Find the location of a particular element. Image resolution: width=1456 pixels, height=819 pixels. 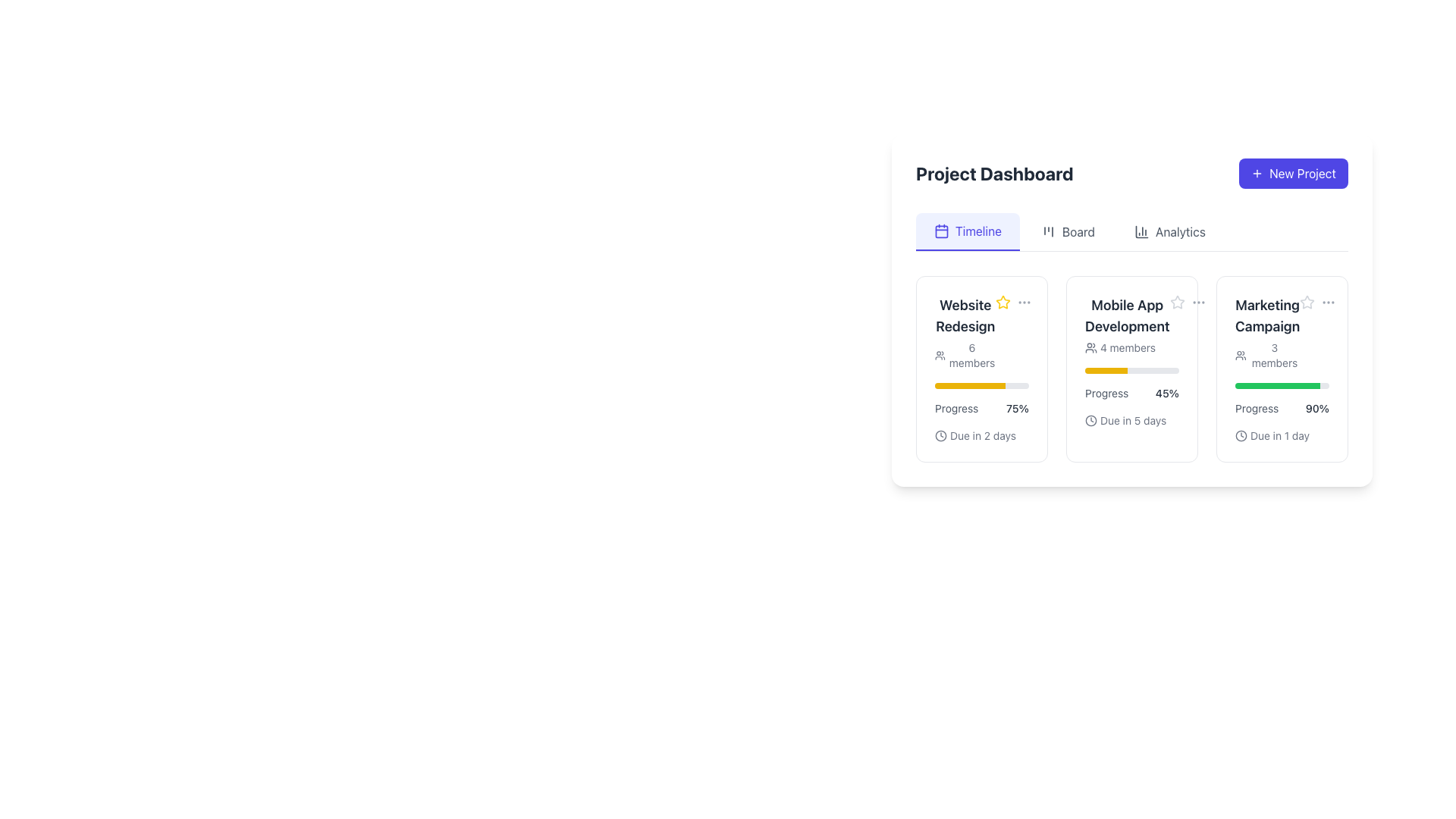

the user/member-related information icon located to the left of the '6 members' text in the 'Website Redesign' card is located at coordinates (939, 356).